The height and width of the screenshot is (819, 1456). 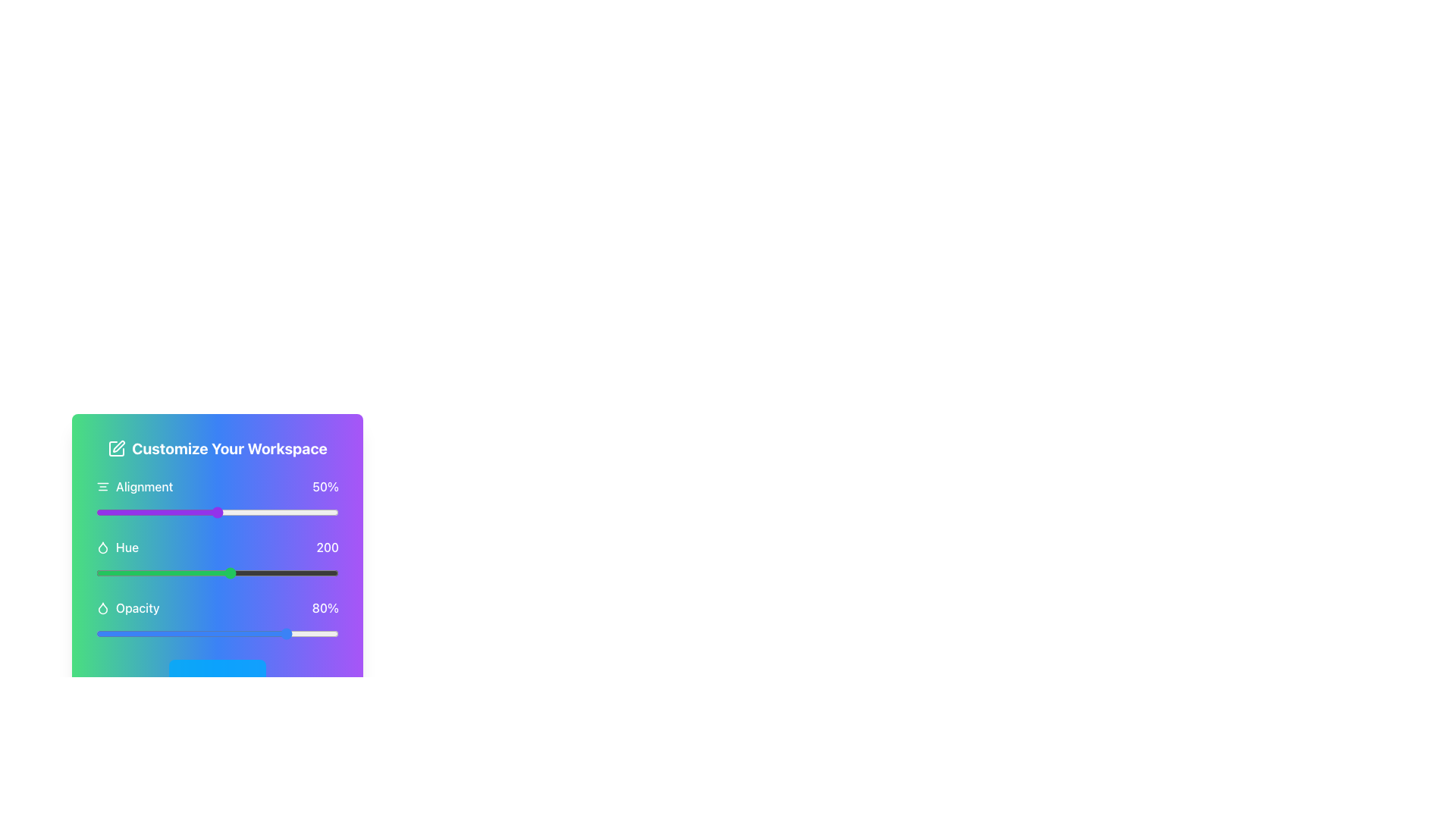 I want to click on hue, so click(x=282, y=573).